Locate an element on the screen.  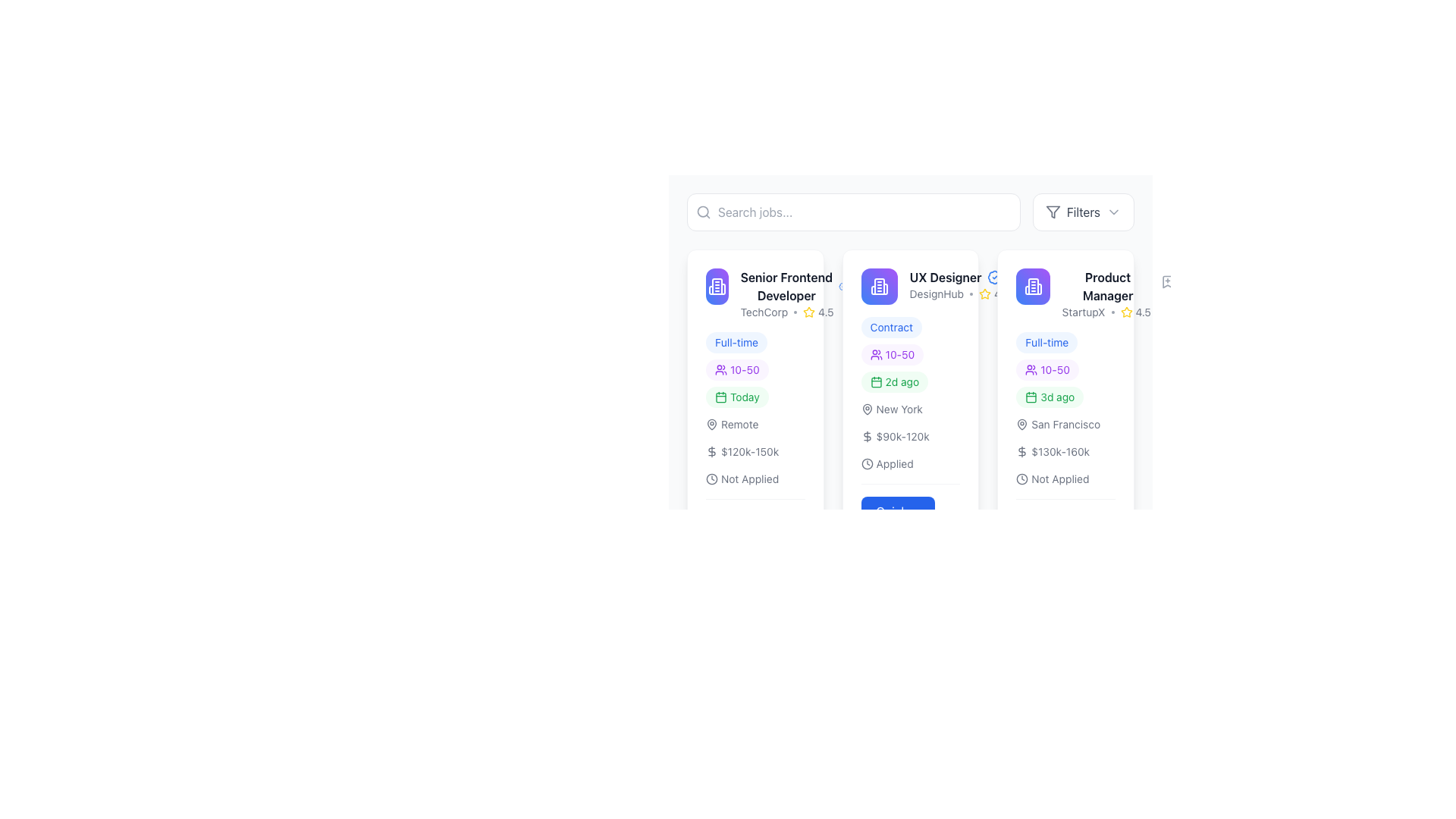
text content of the job posting summary located in the first column of the job postings layout, positioned below the building icon is located at coordinates (793, 294).